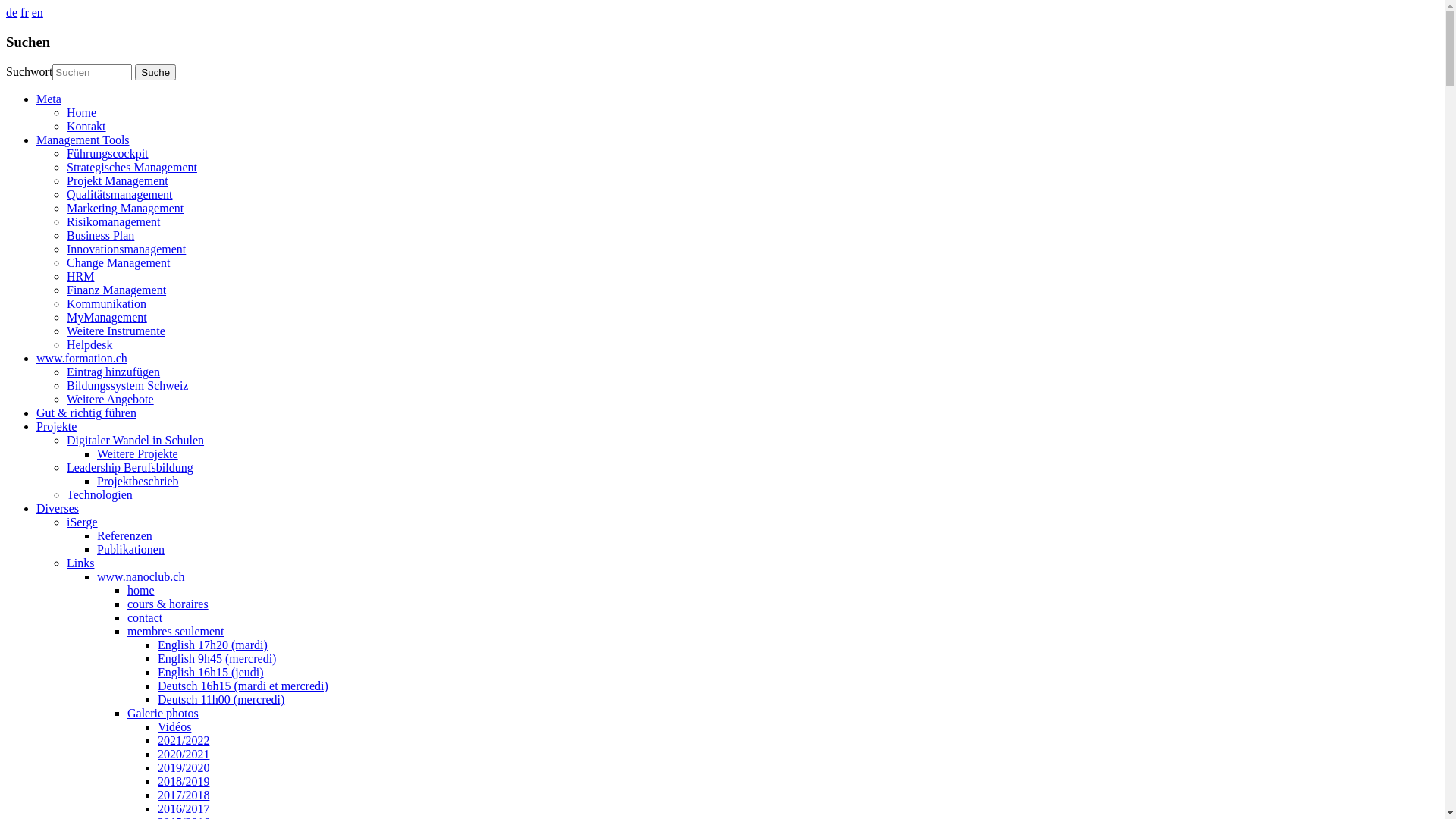 Image resolution: width=1456 pixels, height=819 pixels. Describe the element at coordinates (82, 140) in the screenshot. I see `'Management Tools'` at that location.